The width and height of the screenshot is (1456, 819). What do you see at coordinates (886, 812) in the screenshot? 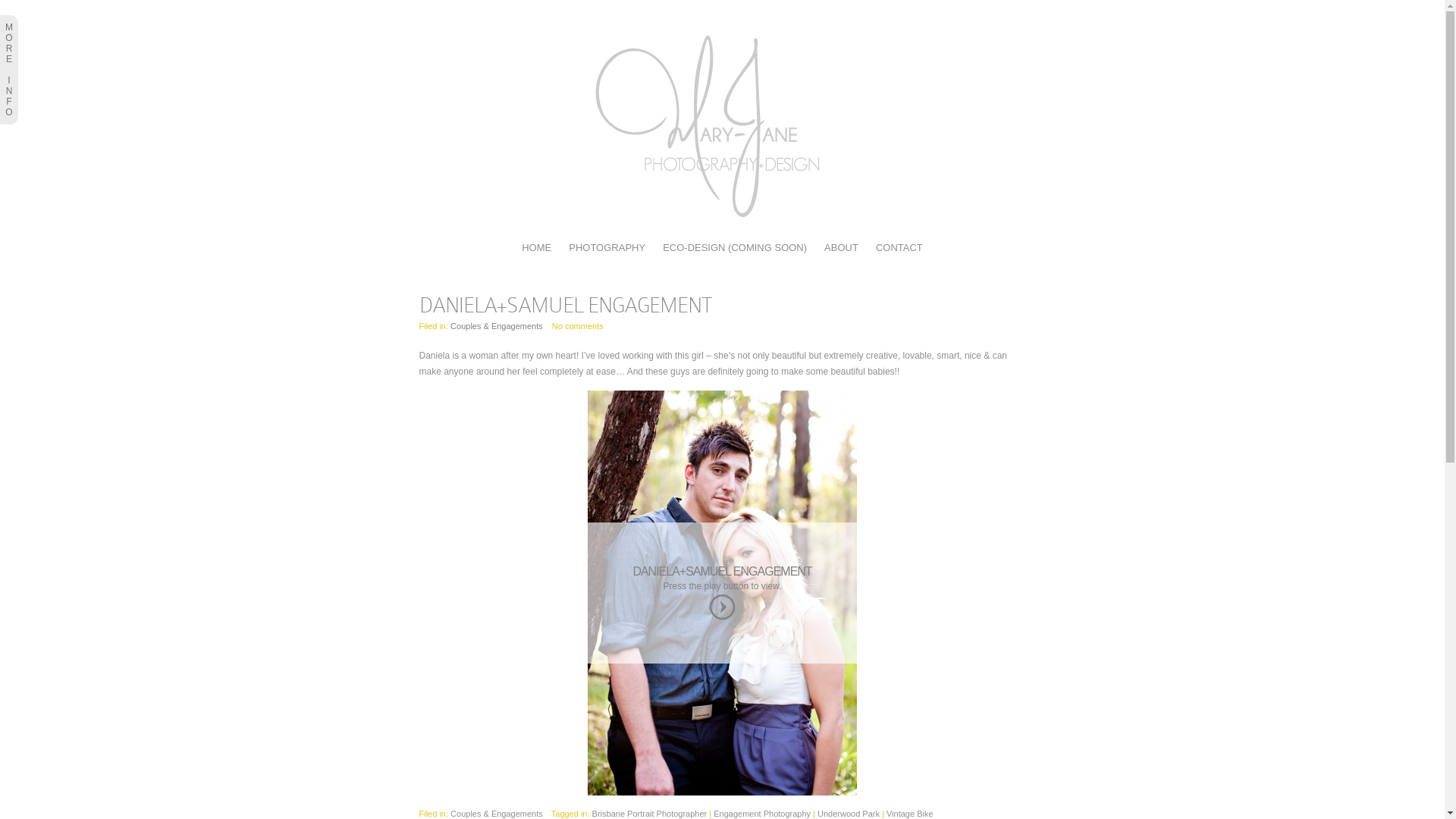
I see `'Vintage Bike'` at bounding box center [886, 812].